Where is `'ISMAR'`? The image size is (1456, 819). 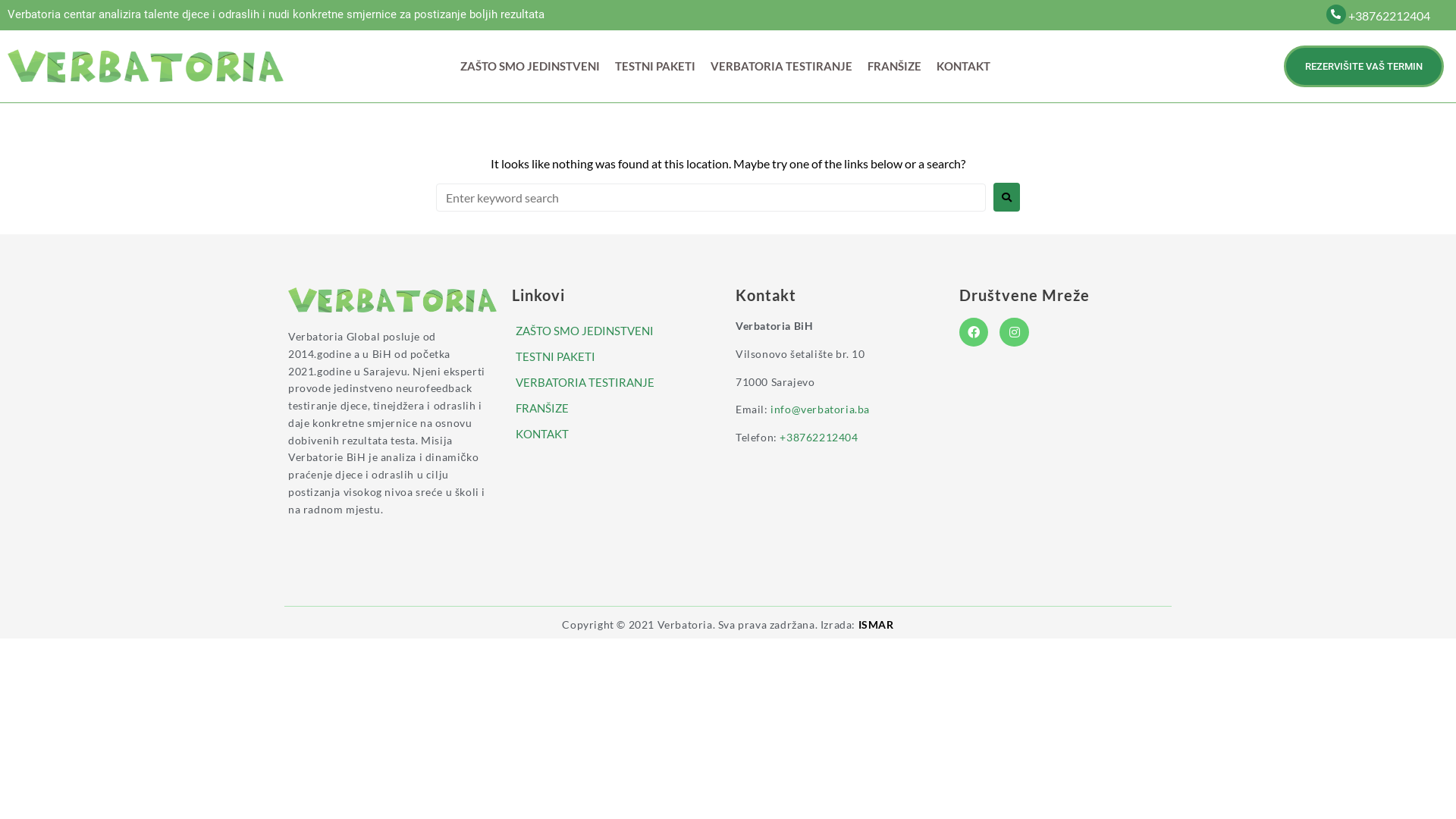 'ISMAR' is located at coordinates (876, 624).